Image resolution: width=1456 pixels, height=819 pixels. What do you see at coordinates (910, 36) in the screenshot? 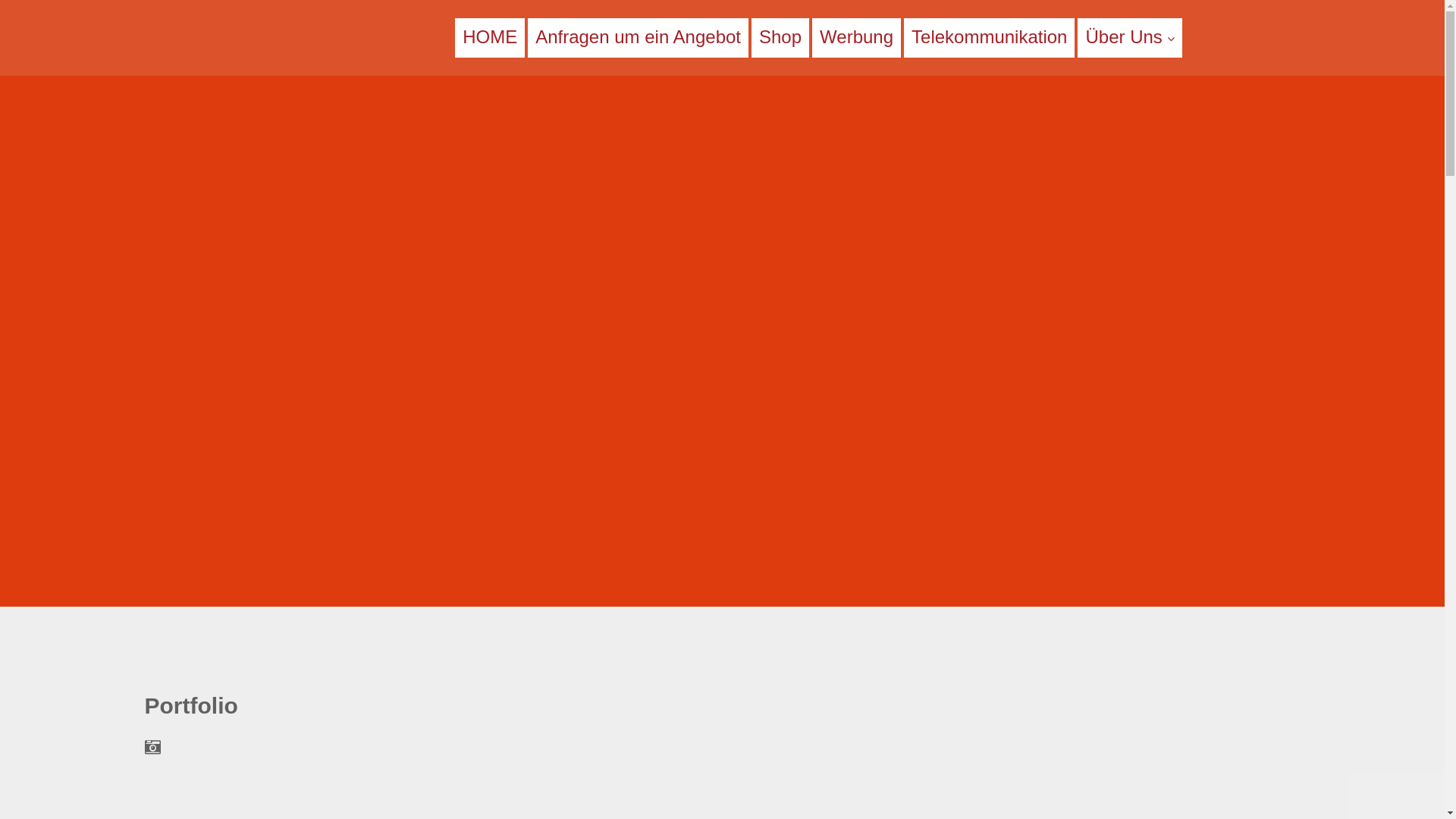
I see `'Telekommunikation'` at bounding box center [910, 36].